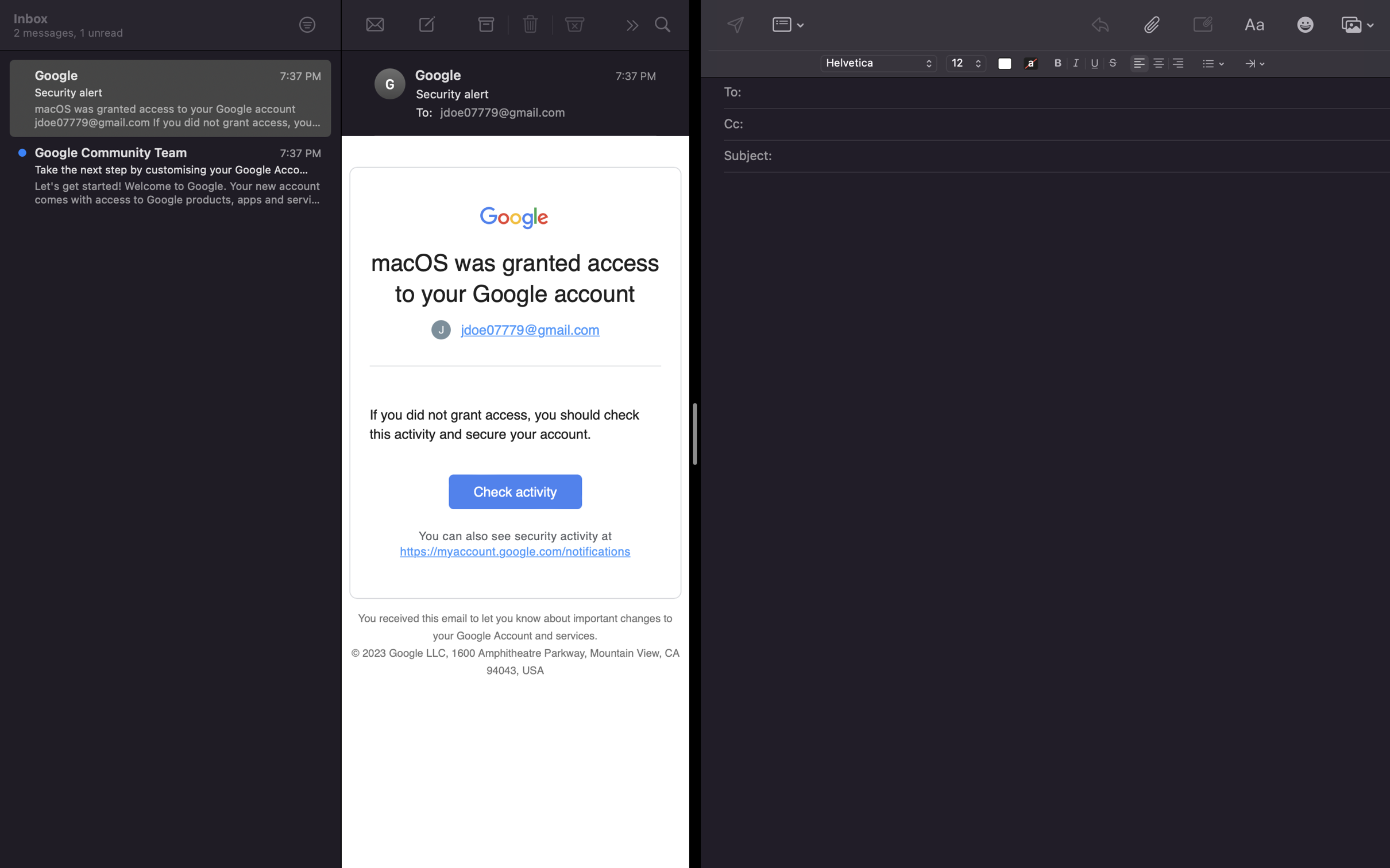 This screenshot has width=1390, height=868. What do you see at coordinates (1058, 62) in the screenshot?
I see `Change the text to bold and set the font size to 8` at bounding box center [1058, 62].